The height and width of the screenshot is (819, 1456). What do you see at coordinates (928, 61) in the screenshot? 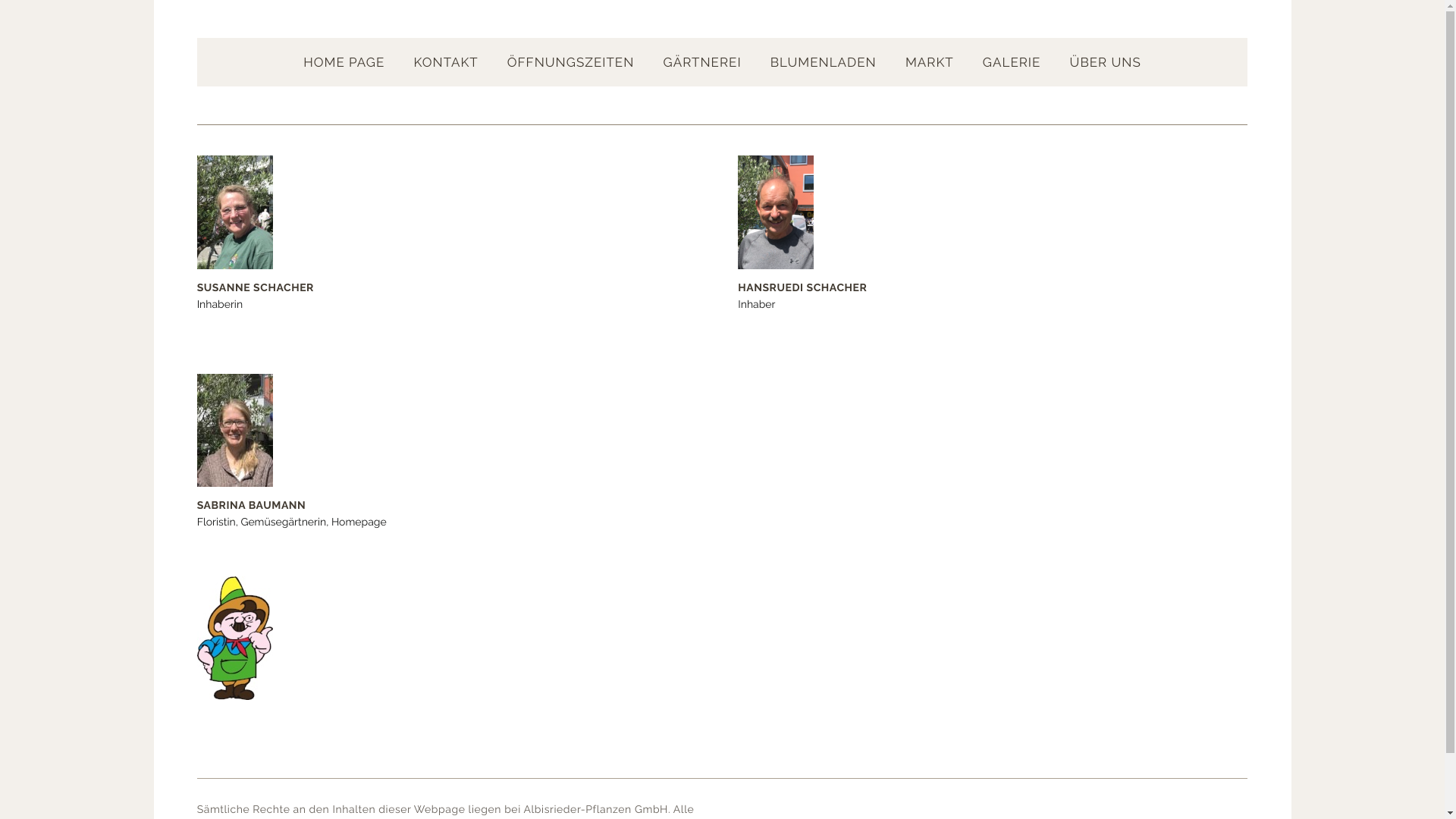
I see `'MARKT'` at bounding box center [928, 61].